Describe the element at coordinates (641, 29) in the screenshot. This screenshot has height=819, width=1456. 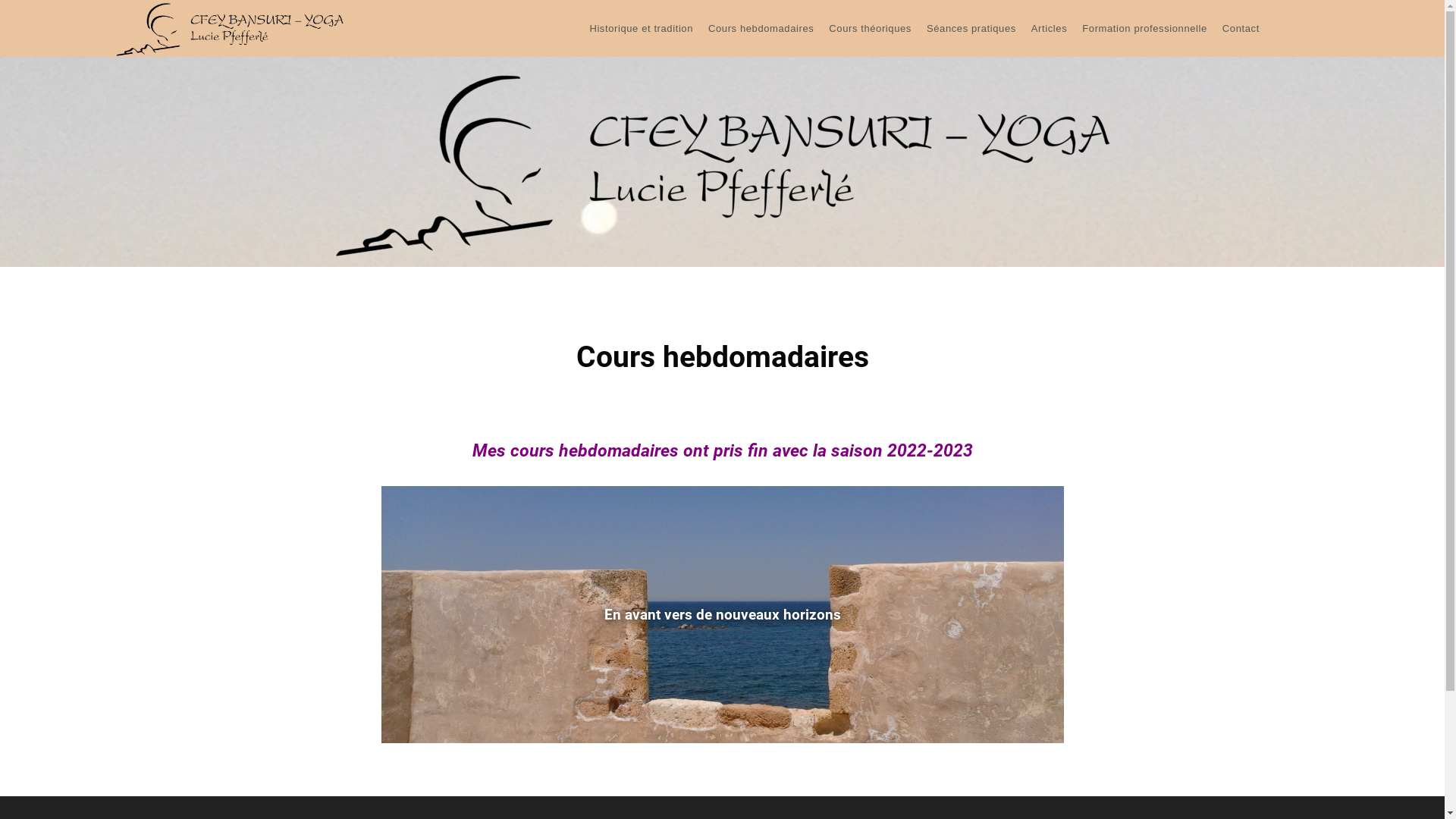
I see `'Historique et tradition'` at that location.